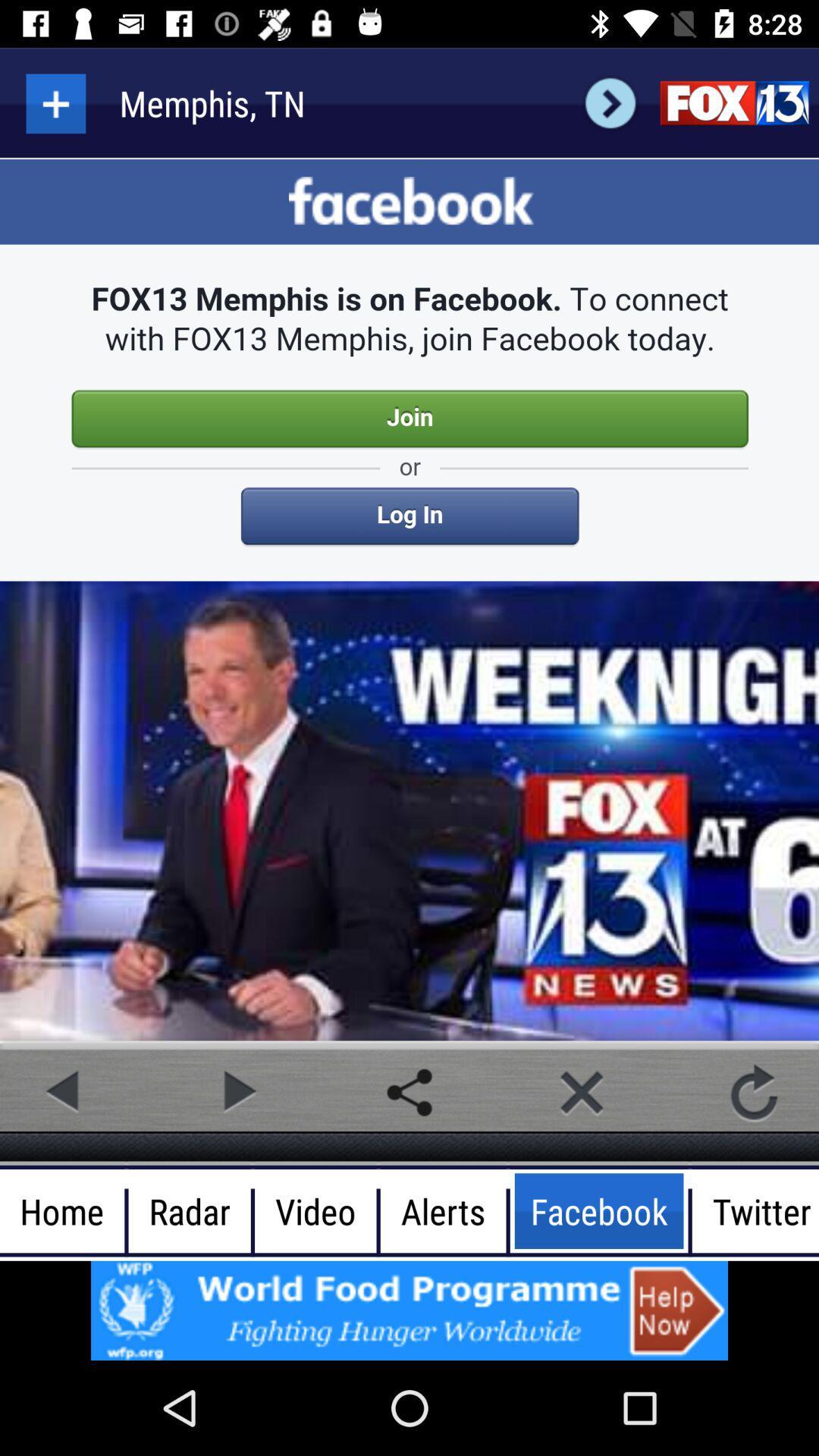 This screenshot has width=819, height=1456. What do you see at coordinates (754, 1092) in the screenshot?
I see `refresh video` at bounding box center [754, 1092].